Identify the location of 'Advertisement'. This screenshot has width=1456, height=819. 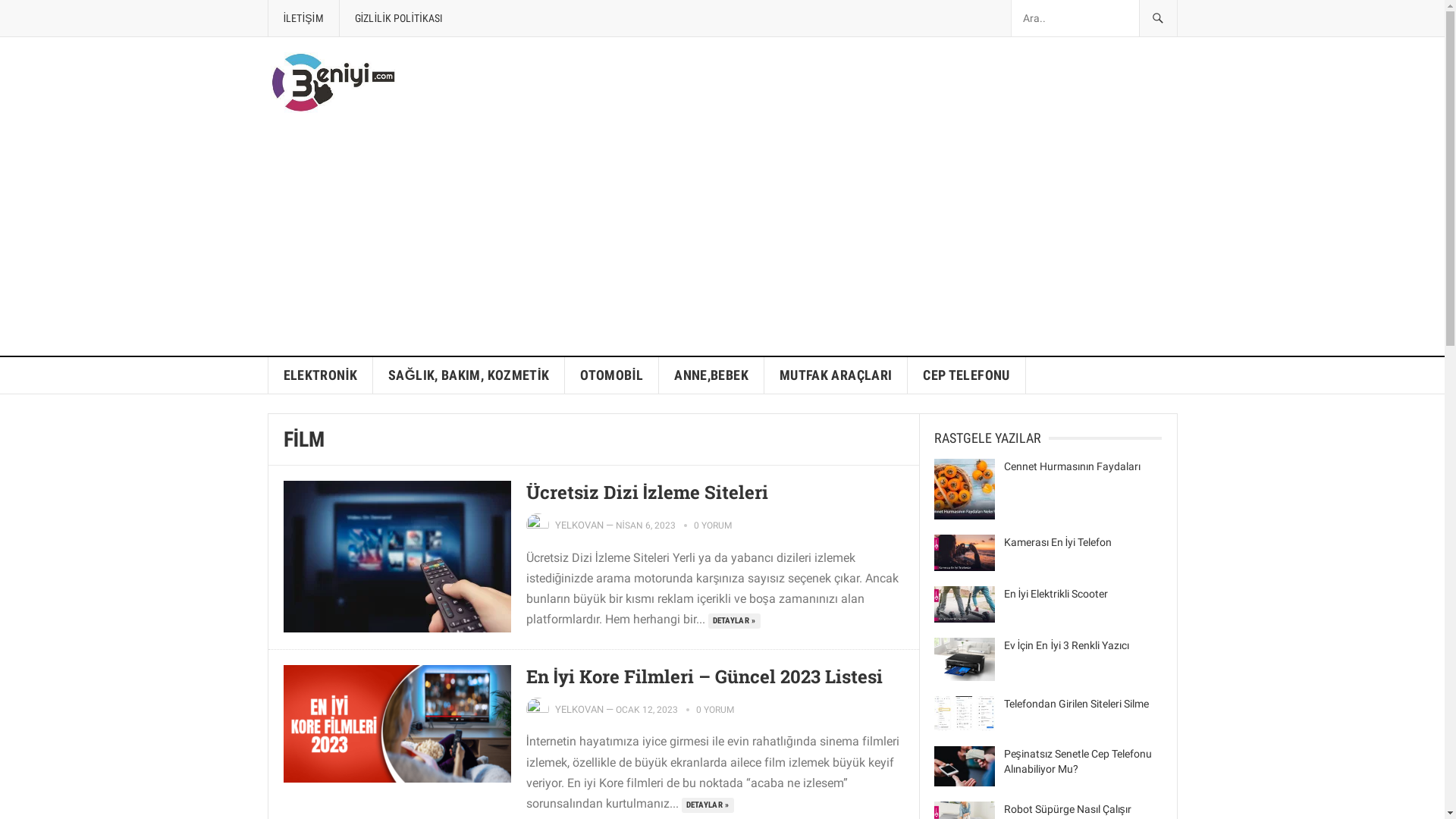
(720, 241).